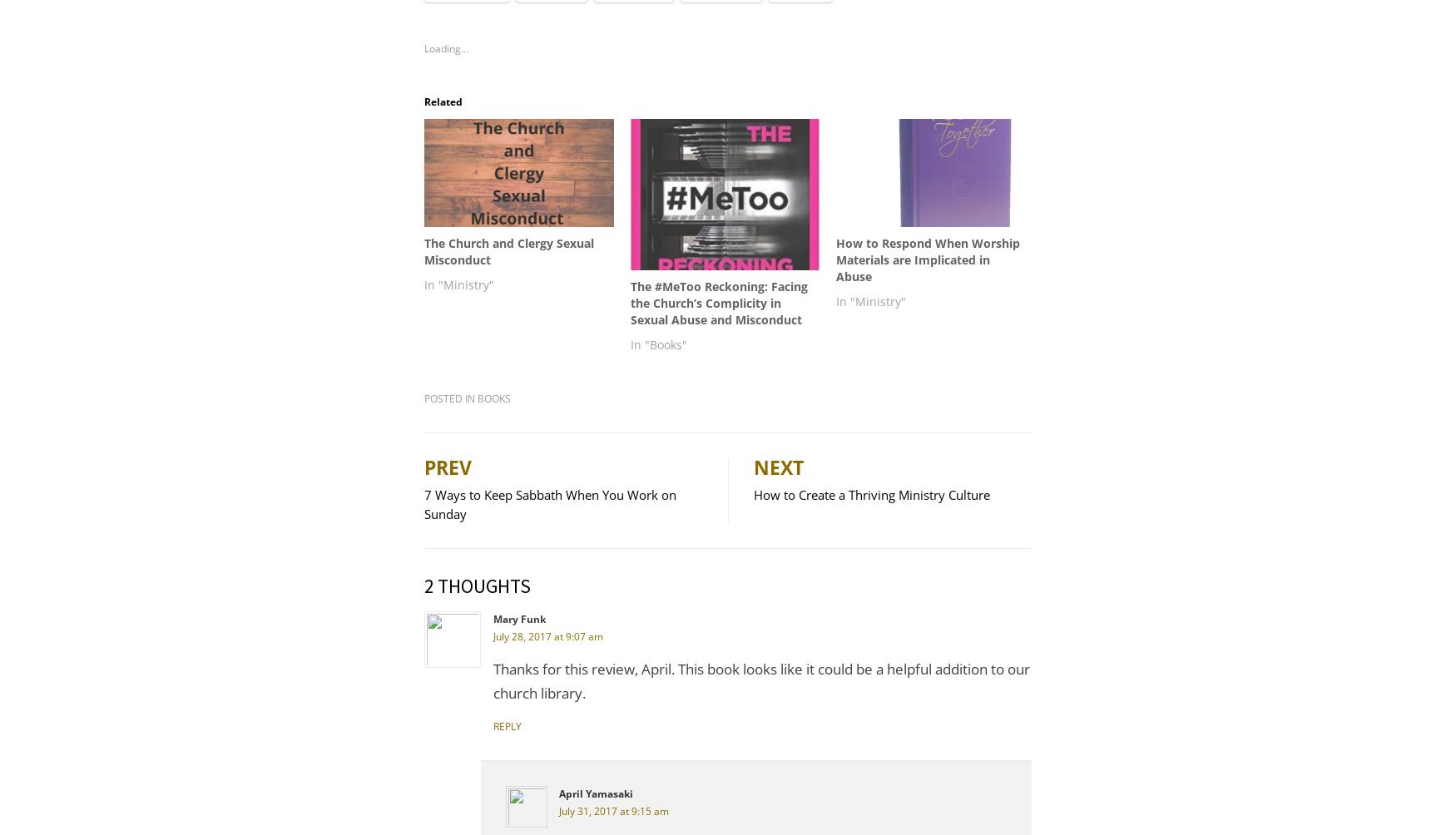  What do you see at coordinates (547, 635) in the screenshot?
I see `'July 28, 2017 at 9:07 am'` at bounding box center [547, 635].